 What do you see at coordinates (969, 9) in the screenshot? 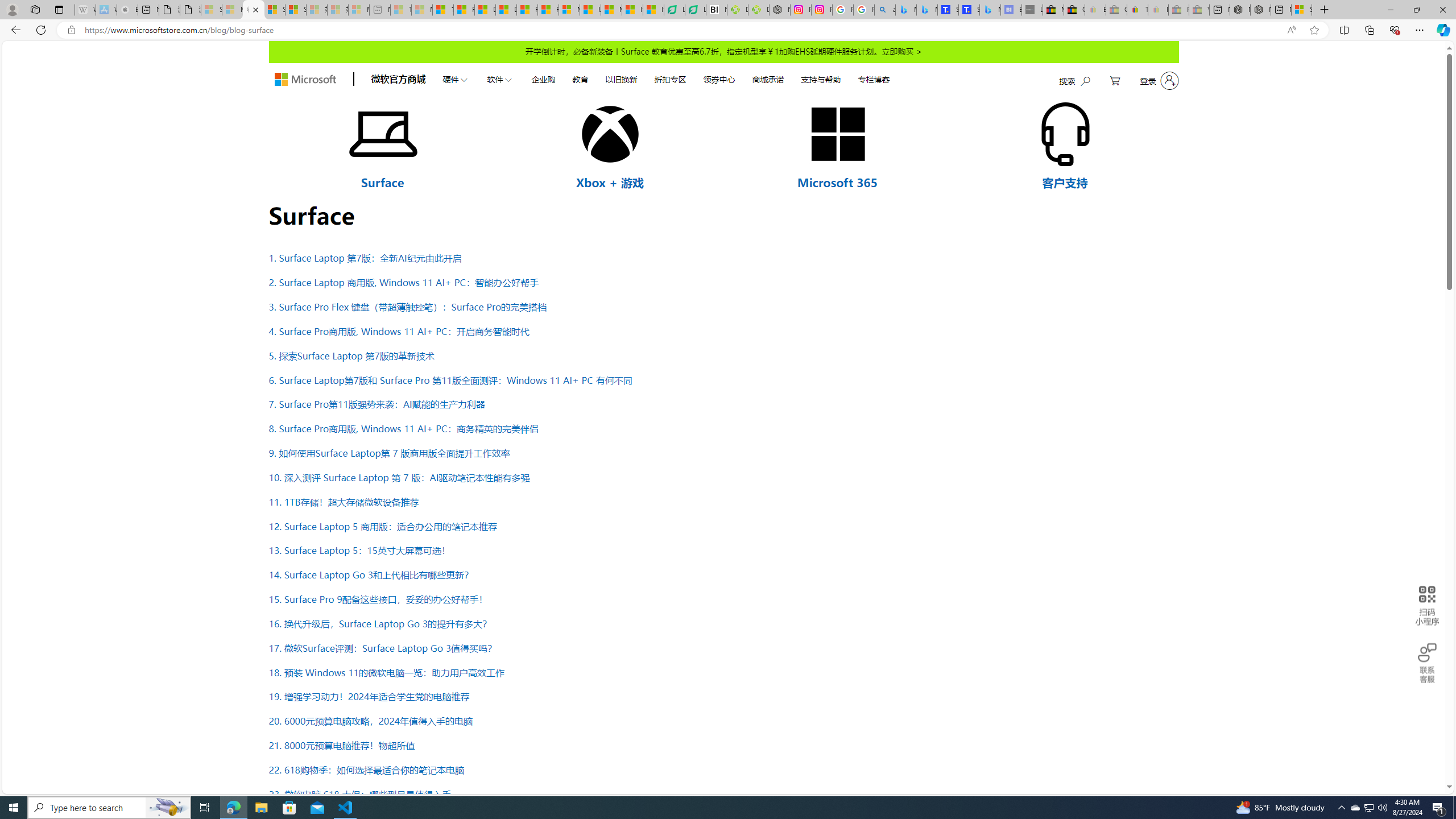
I see `'Shangri-La Bangkok, Hotel reviews and Room rates'` at bounding box center [969, 9].